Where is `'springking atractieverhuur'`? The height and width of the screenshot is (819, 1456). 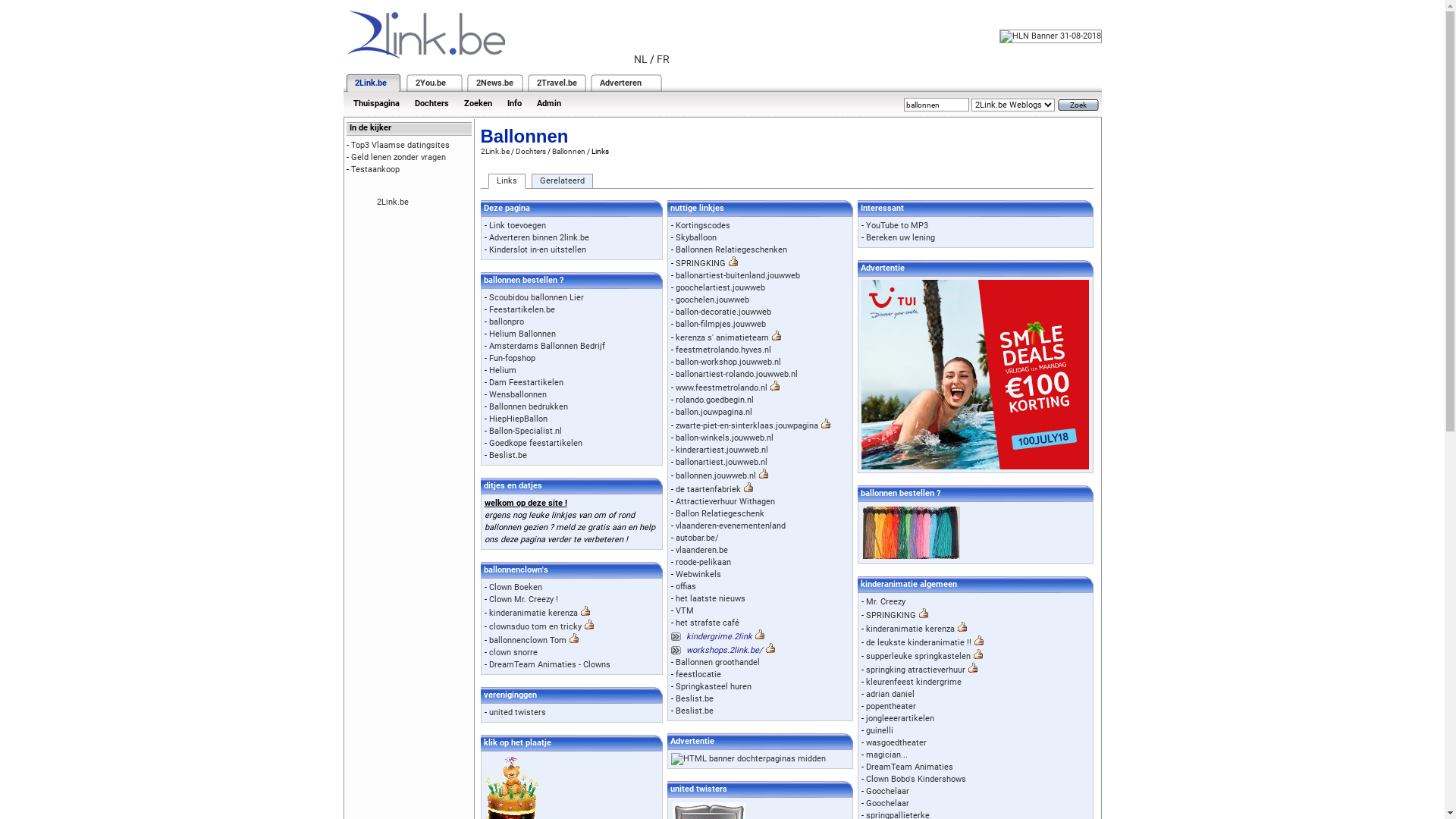
'springking atractieverhuur' is located at coordinates (915, 669).